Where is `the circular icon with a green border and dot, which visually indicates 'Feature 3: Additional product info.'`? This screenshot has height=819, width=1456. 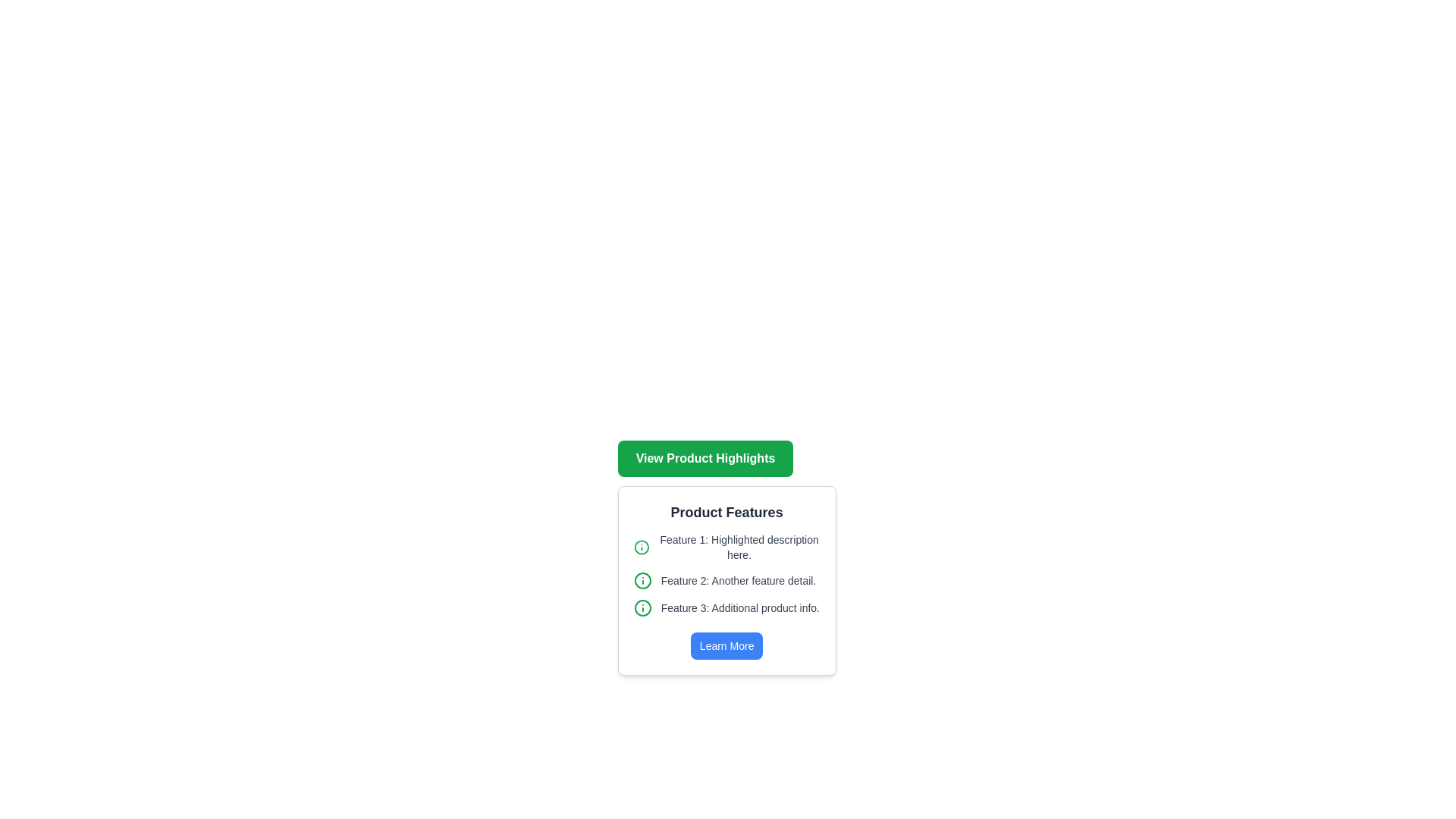 the circular icon with a green border and dot, which visually indicates 'Feature 3: Additional product info.' is located at coordinates (642, 607).